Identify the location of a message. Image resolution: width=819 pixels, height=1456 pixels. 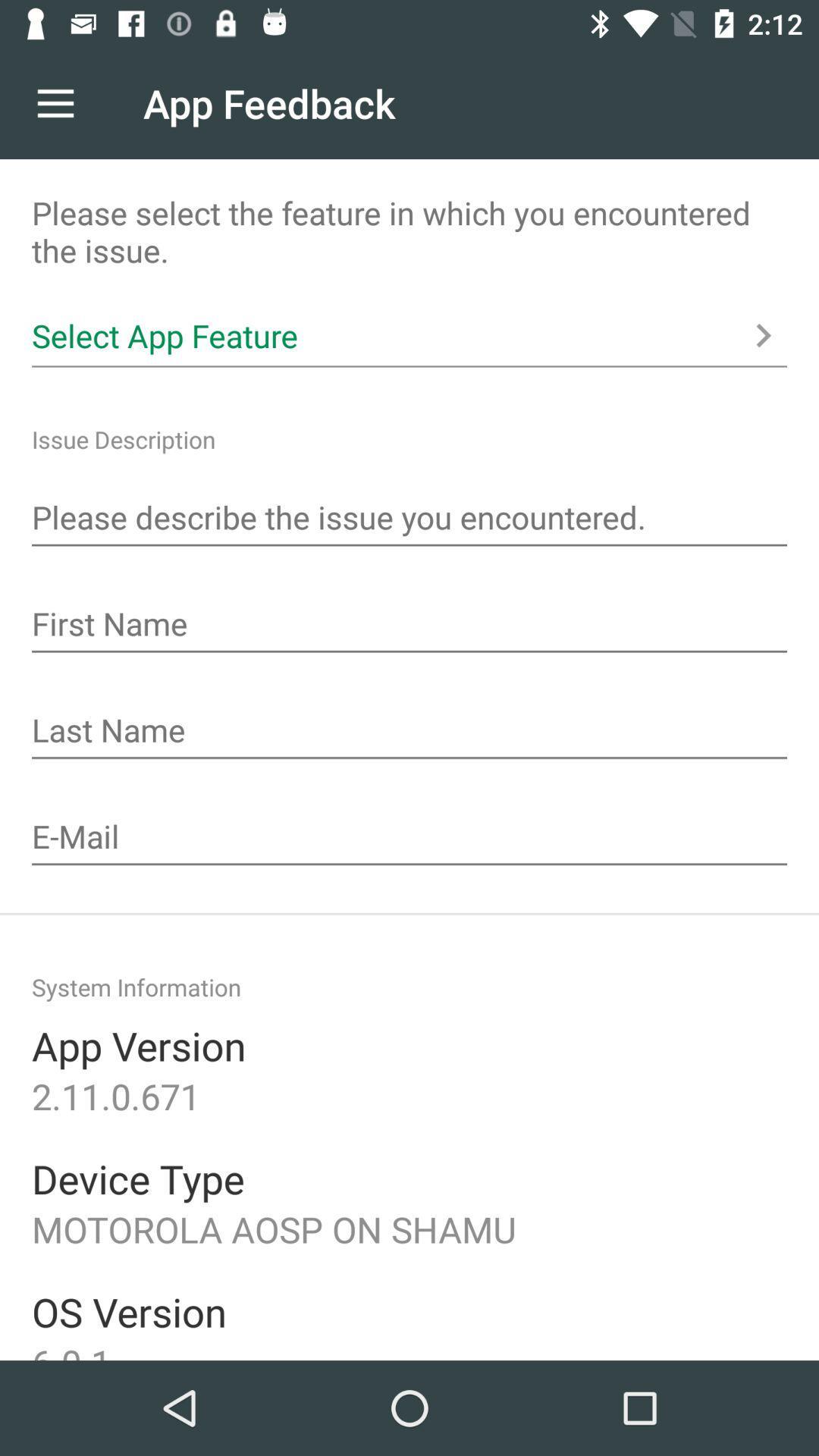
(409, 519).